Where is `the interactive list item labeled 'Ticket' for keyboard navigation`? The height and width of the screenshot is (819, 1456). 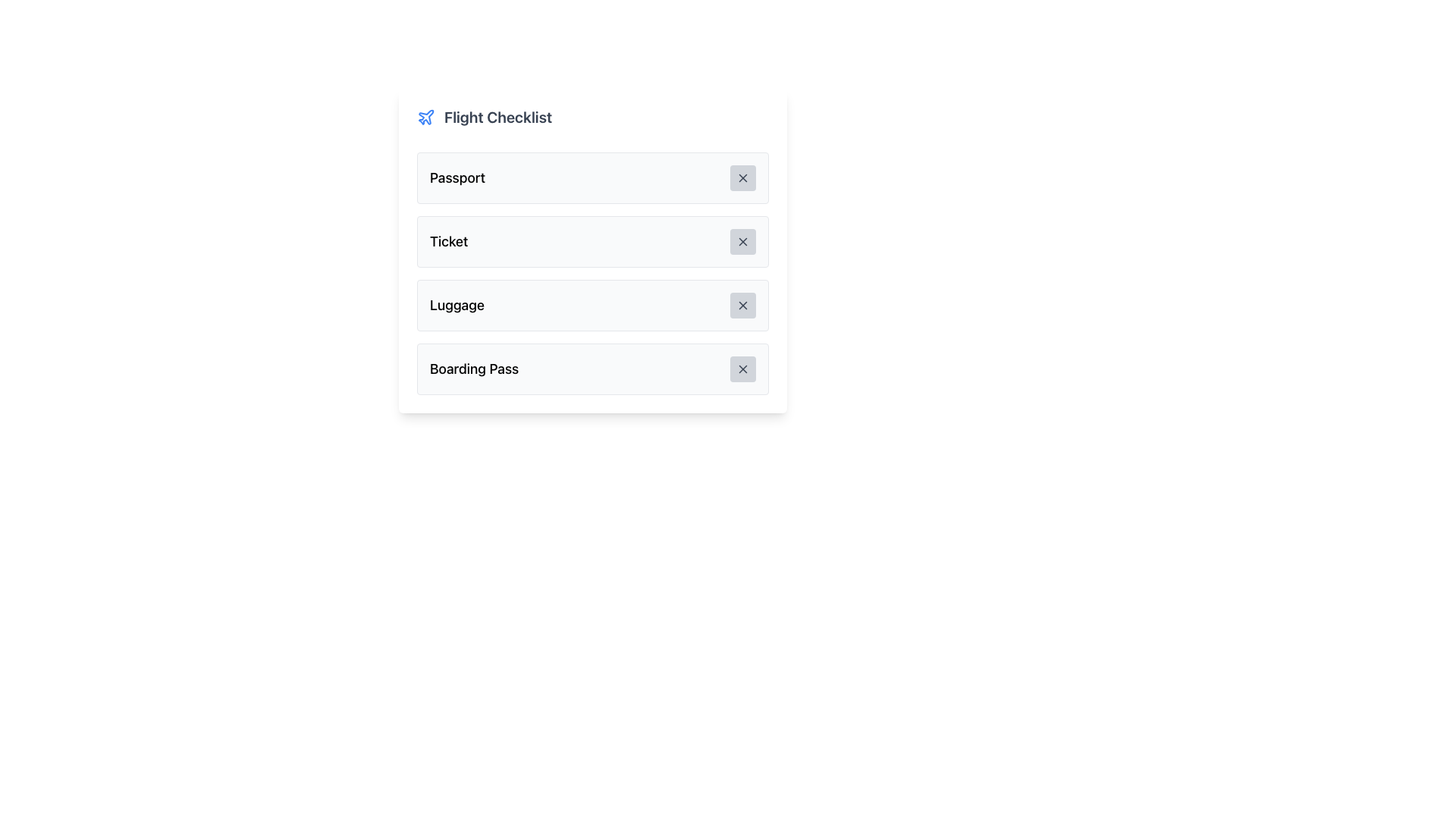
the interactive list item labeled 'Ticket' for keyboard navigation is located at coordinates (592, 250).